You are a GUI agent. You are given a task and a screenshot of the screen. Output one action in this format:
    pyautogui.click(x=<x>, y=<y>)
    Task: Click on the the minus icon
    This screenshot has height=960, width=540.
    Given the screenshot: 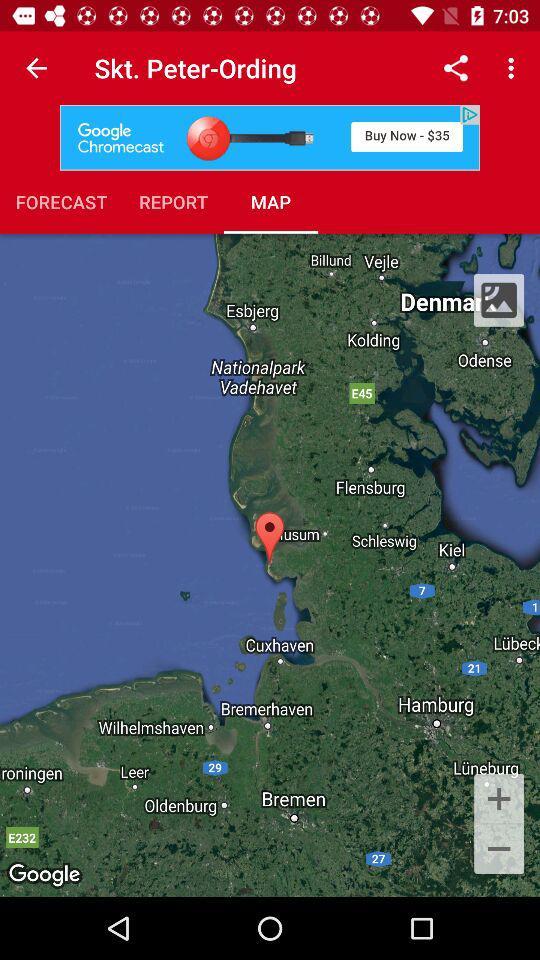 What is the action you would take?
    pyautogui.click(x=498, y=849)
    